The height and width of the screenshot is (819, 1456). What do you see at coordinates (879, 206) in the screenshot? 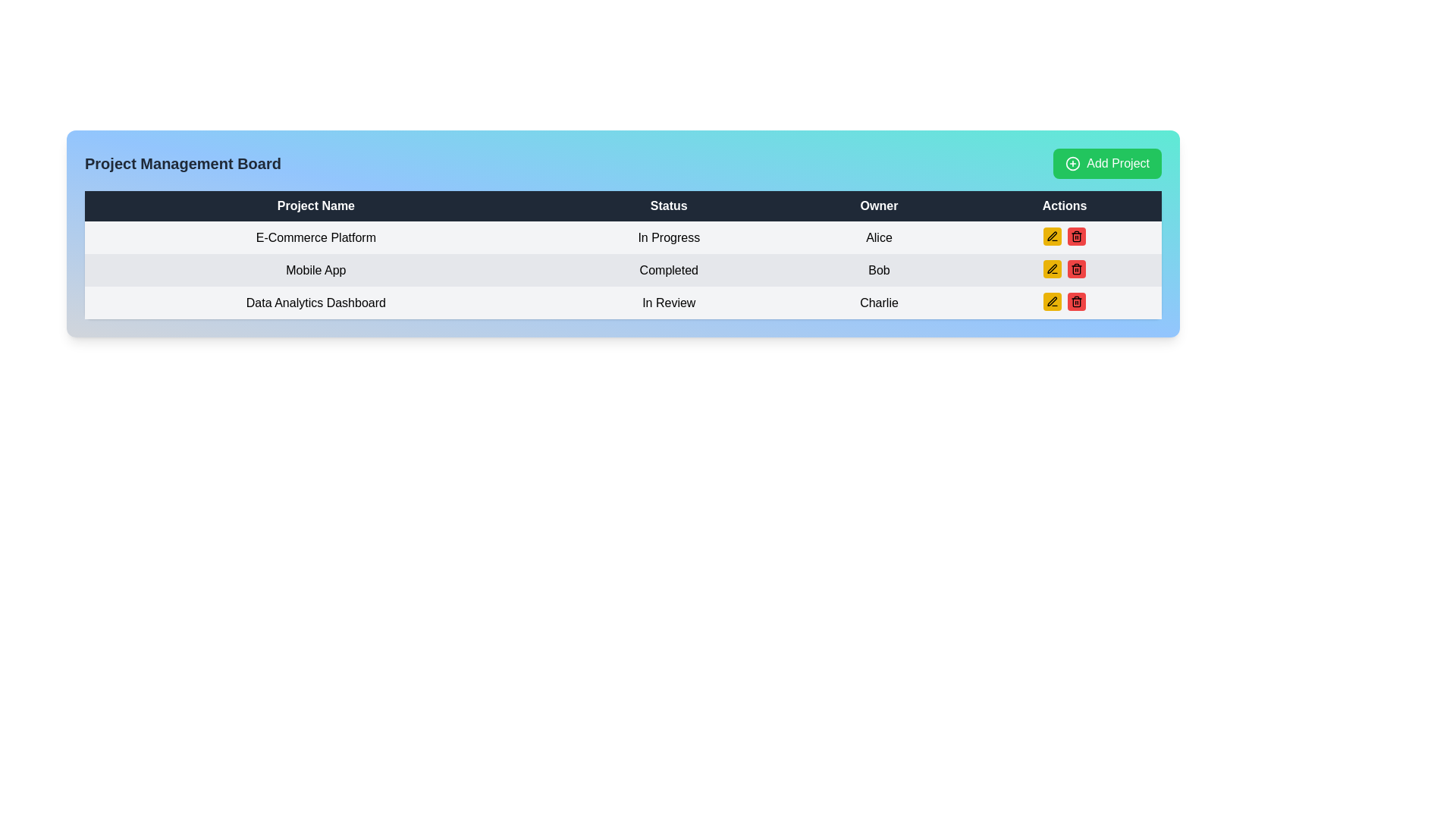
I see `the 'Owner' text label, which is the third column header in a table layout, located between 'Status' and 'Actions'` at bounding box center [879, 206].